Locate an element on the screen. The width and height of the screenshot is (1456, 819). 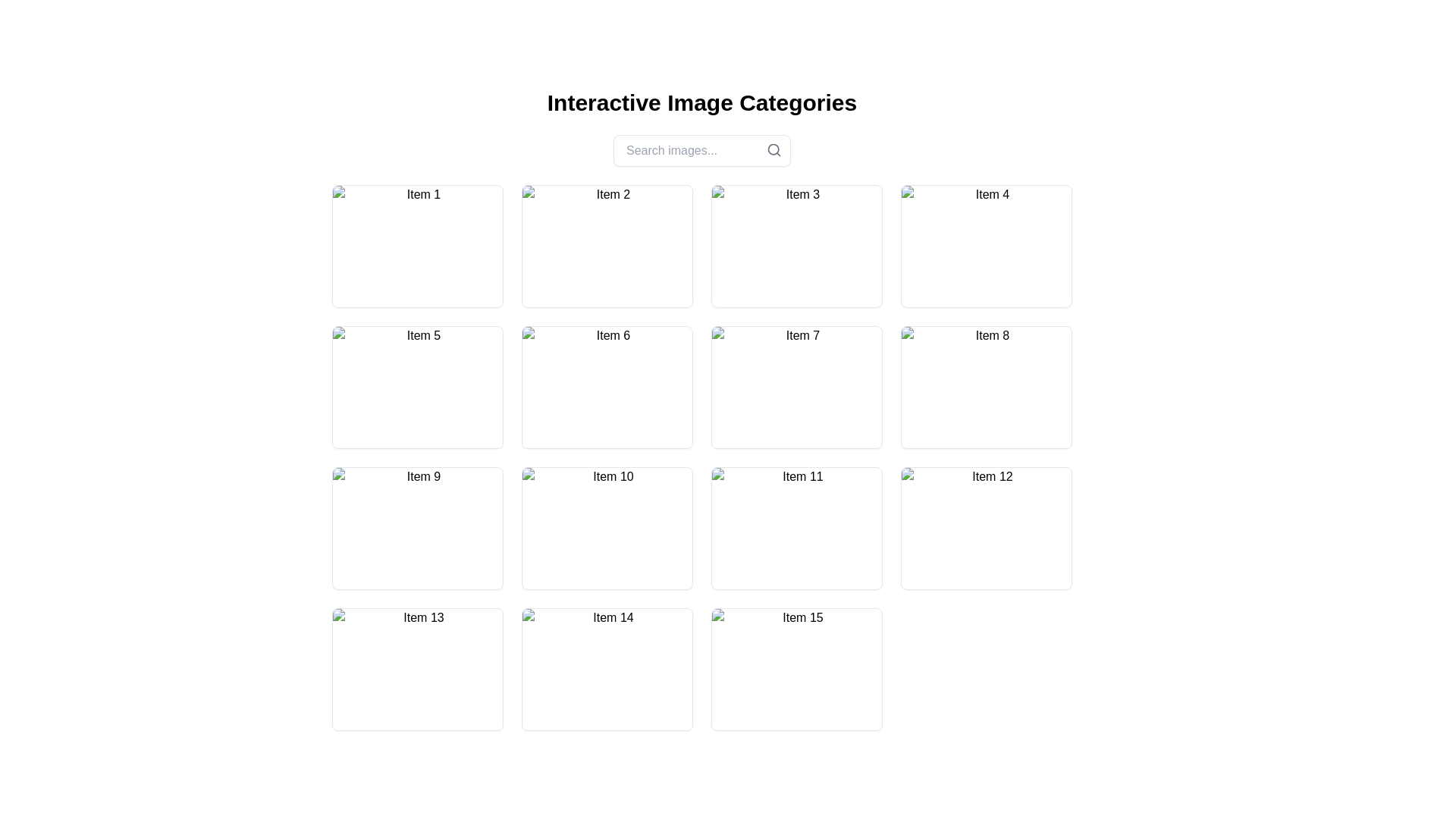
the fourth card item in the grid layout is located at coordinates (986, 245).